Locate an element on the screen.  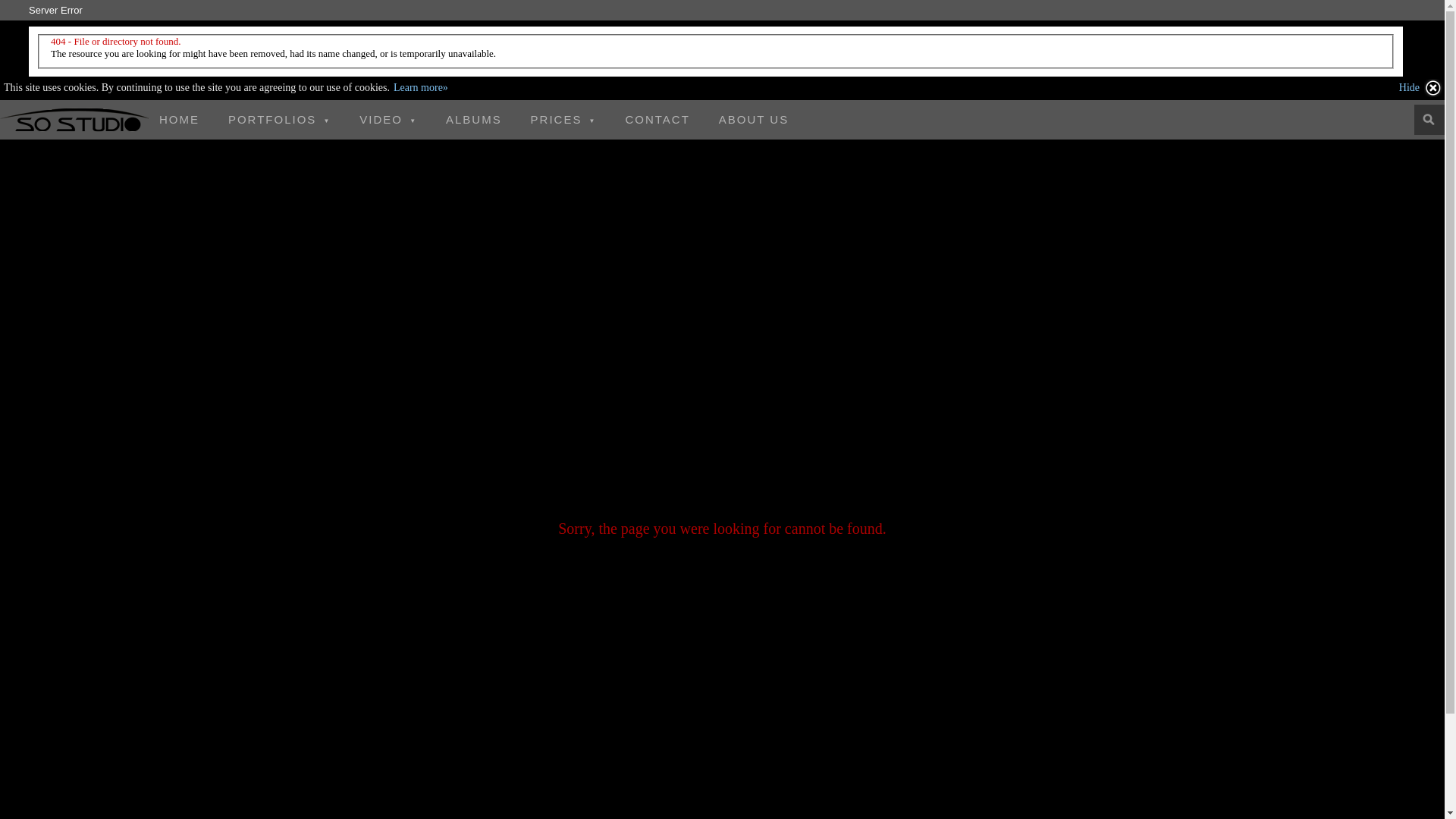
'ABOUT US' is located at coordinates (753, 119).